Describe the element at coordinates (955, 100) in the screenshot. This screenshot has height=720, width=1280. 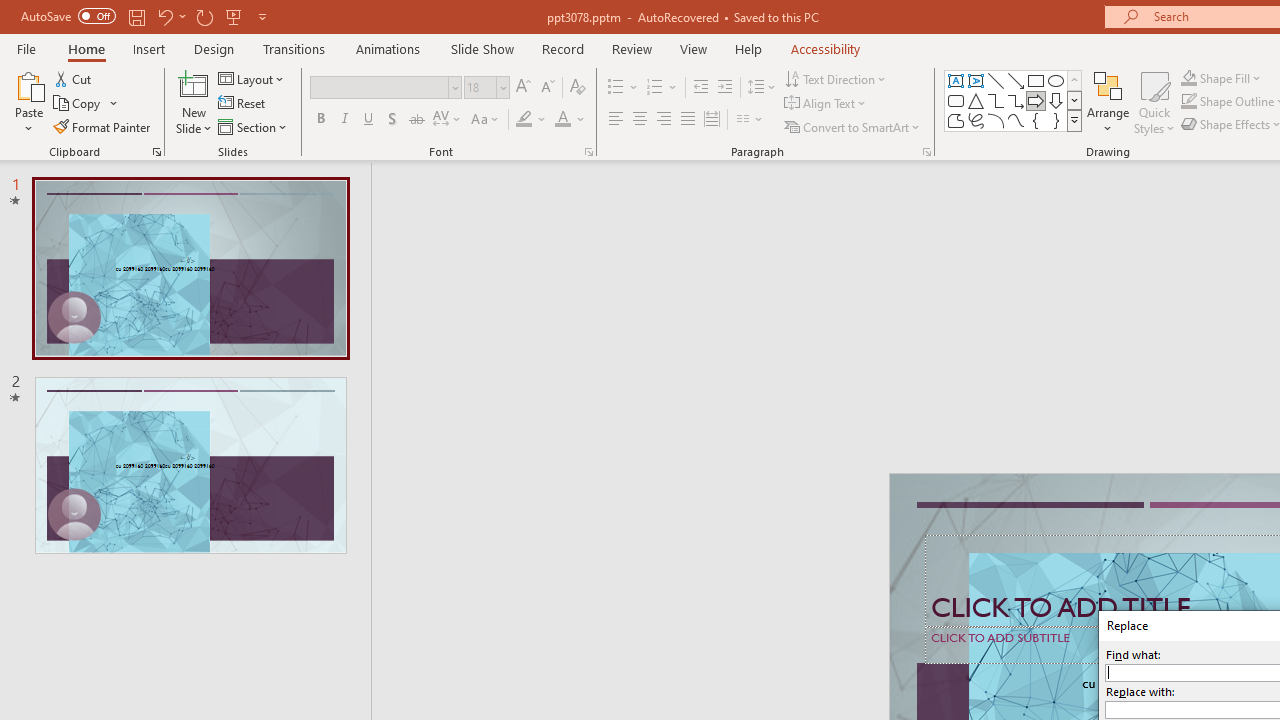
I see `'Rectangle: Rounded Corners'` at that location.